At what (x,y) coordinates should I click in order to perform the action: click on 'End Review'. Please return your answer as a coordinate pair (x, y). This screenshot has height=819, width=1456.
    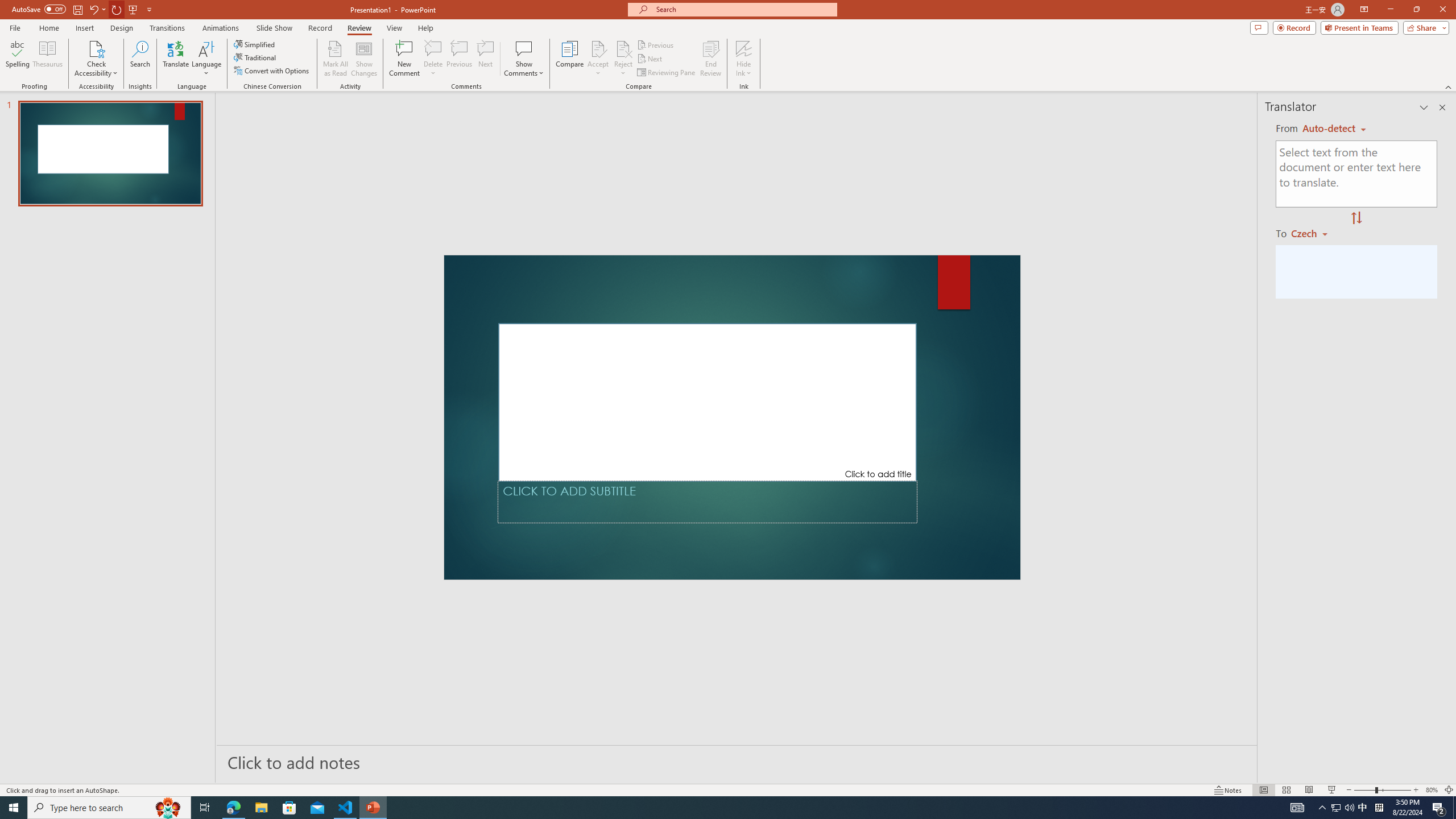
    Looking at the image, I should click on (710, 59).